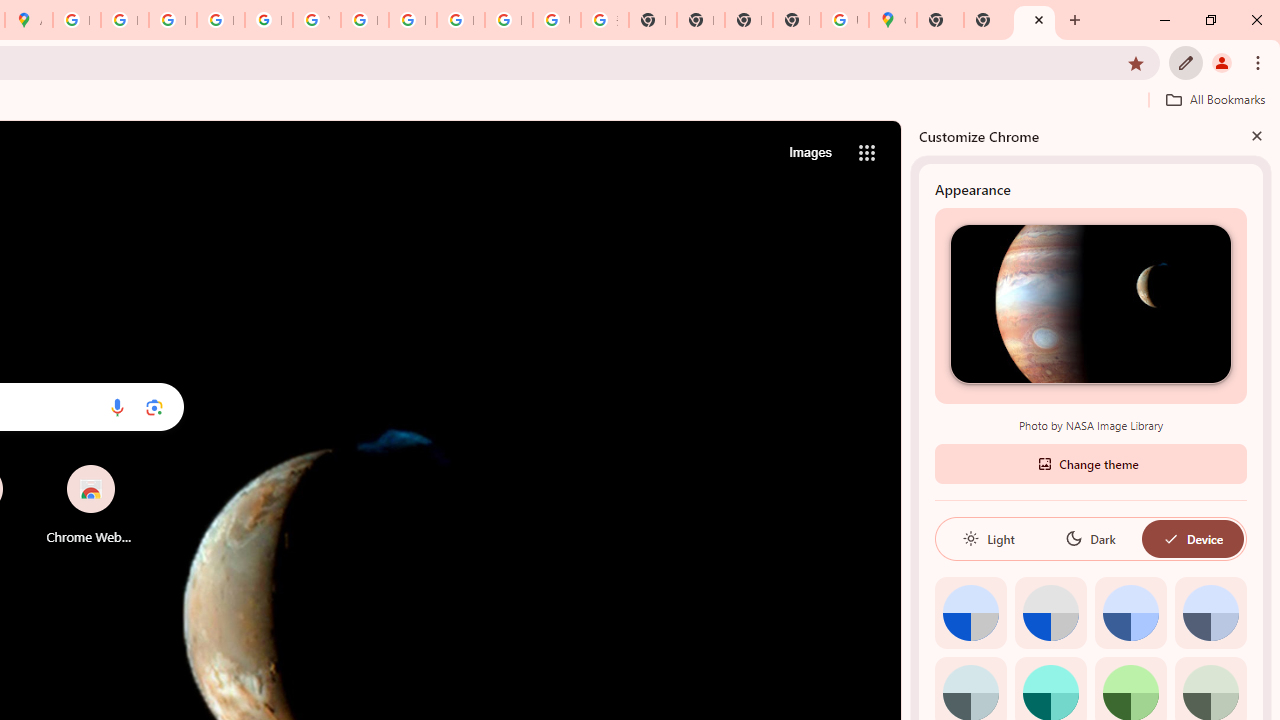 The image size is (1280, 720). I want to click on 'Chrome Web Store', so click(89, 504).